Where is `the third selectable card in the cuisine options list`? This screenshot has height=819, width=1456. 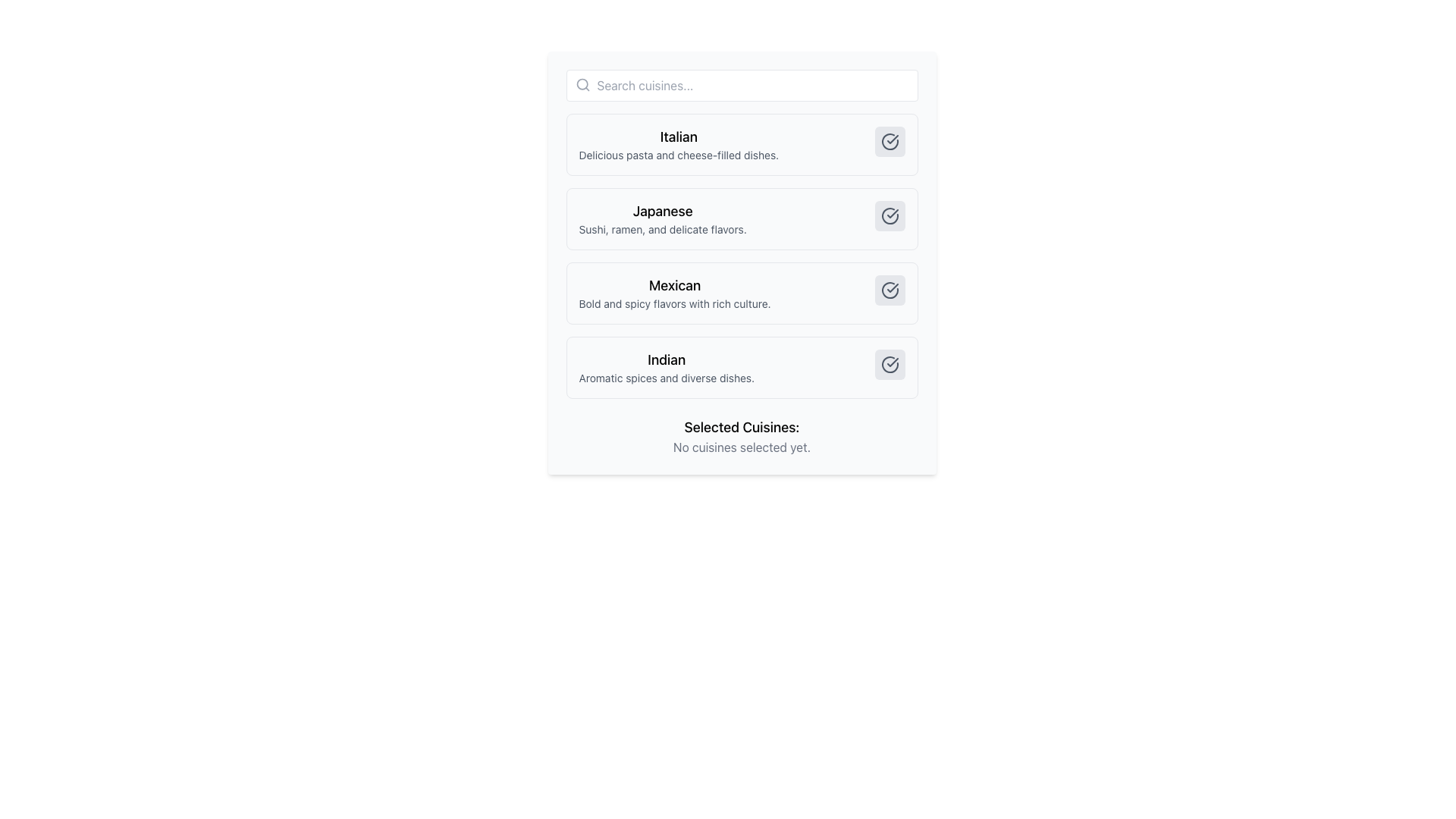 the third selectable card in the cuisine options list is located at coordinates (742, 293).